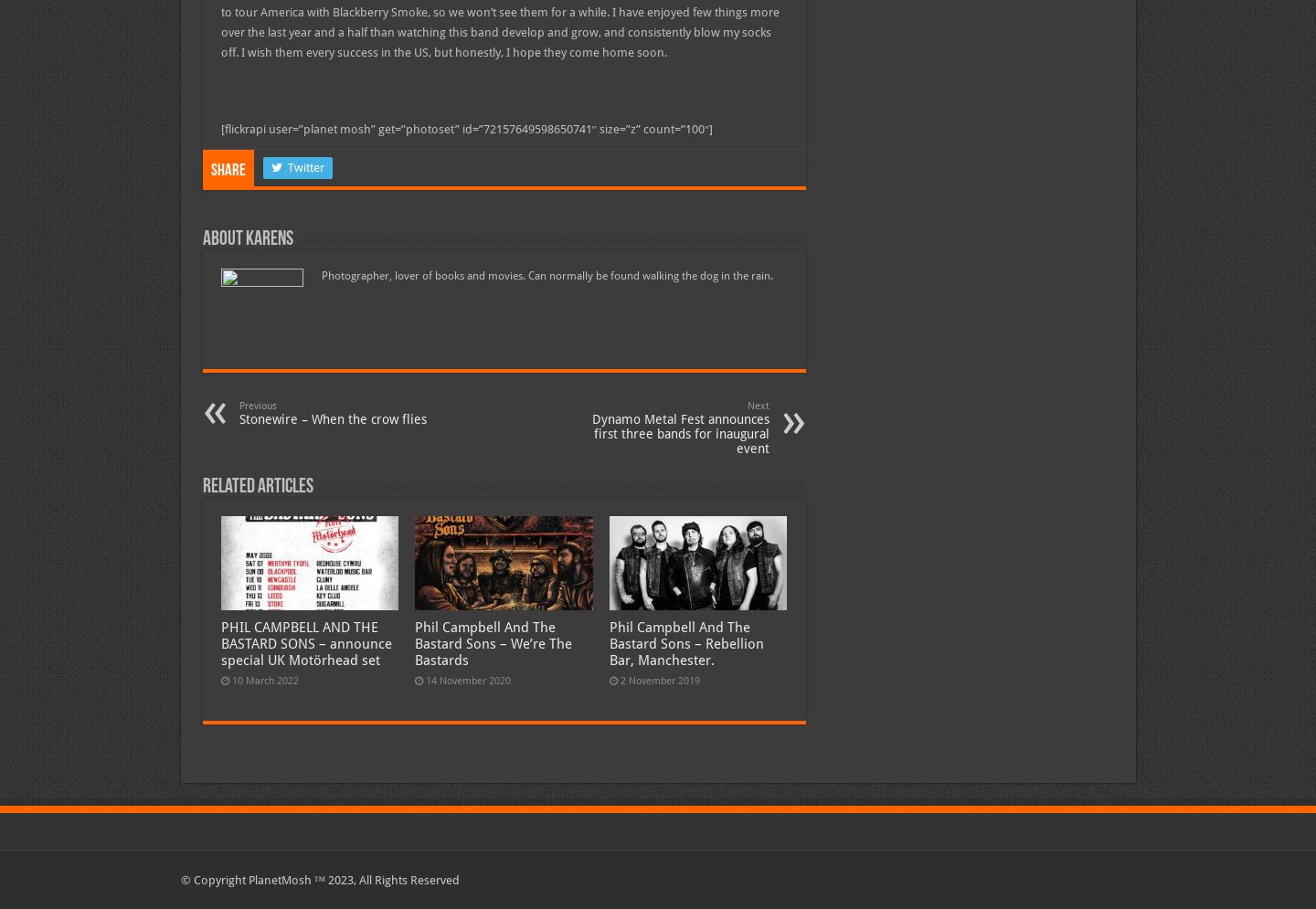 The image size is (1316, 909). I want to click on '14 November 2020', so click(467, 680).